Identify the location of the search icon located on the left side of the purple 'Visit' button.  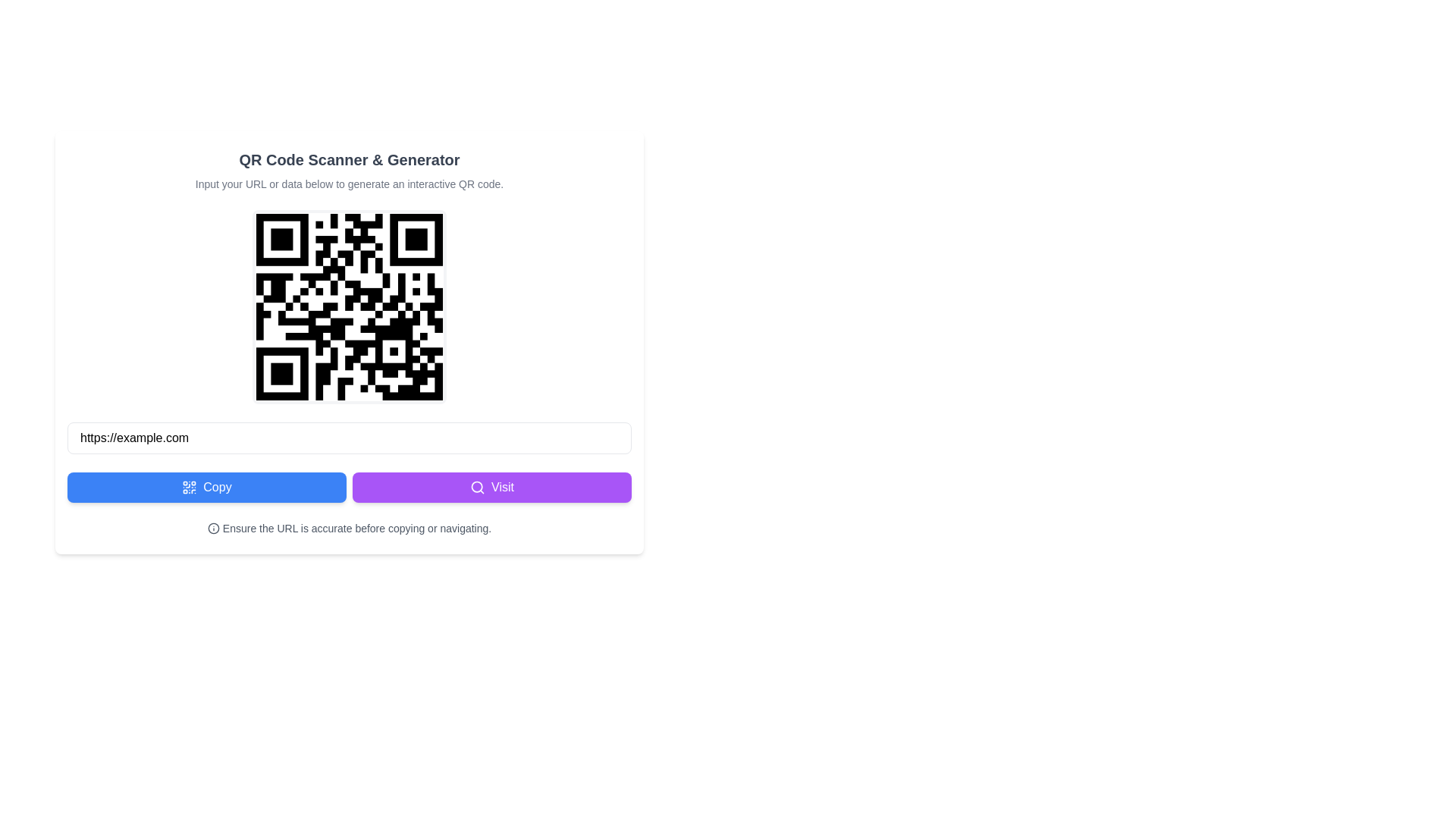
(476, 488).